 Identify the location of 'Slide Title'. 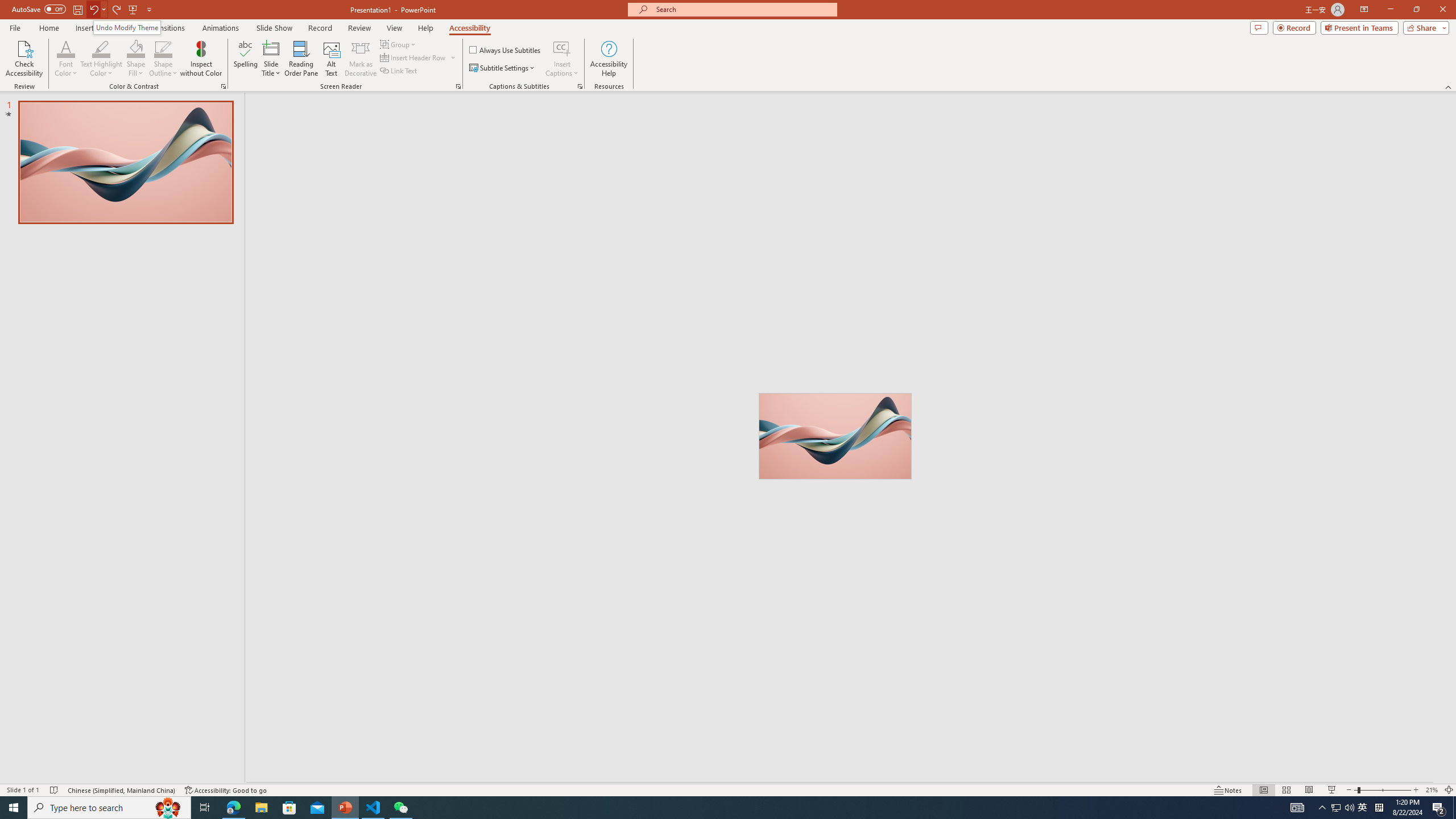
(271, 59).